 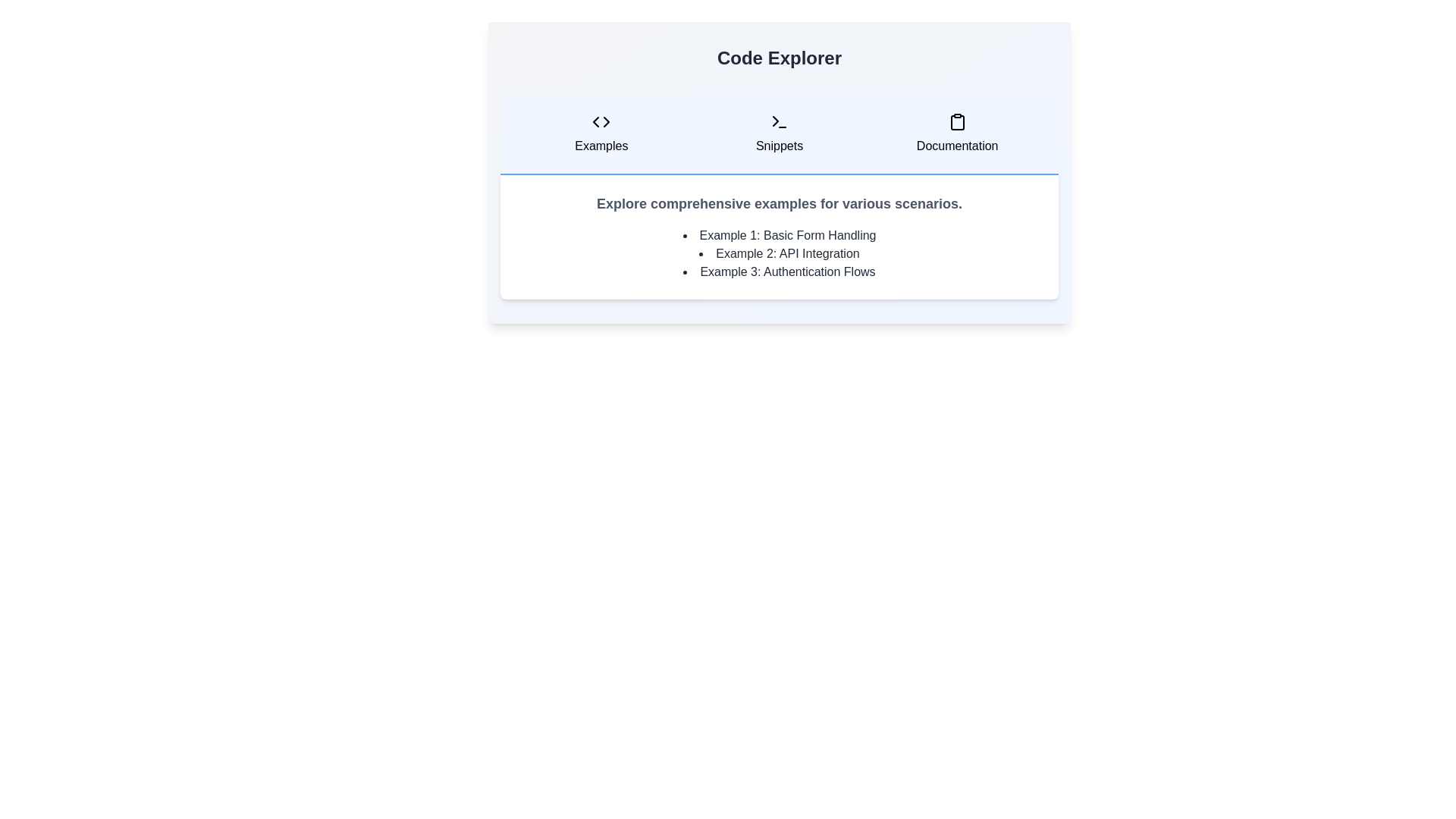 What do you see at coordinates (779, 133) in the screenshot?
I see `the Tab Navigation element with a light blue background and rounded corners, located below the 'Code Explorer' header` at bounding box center [779, 133].